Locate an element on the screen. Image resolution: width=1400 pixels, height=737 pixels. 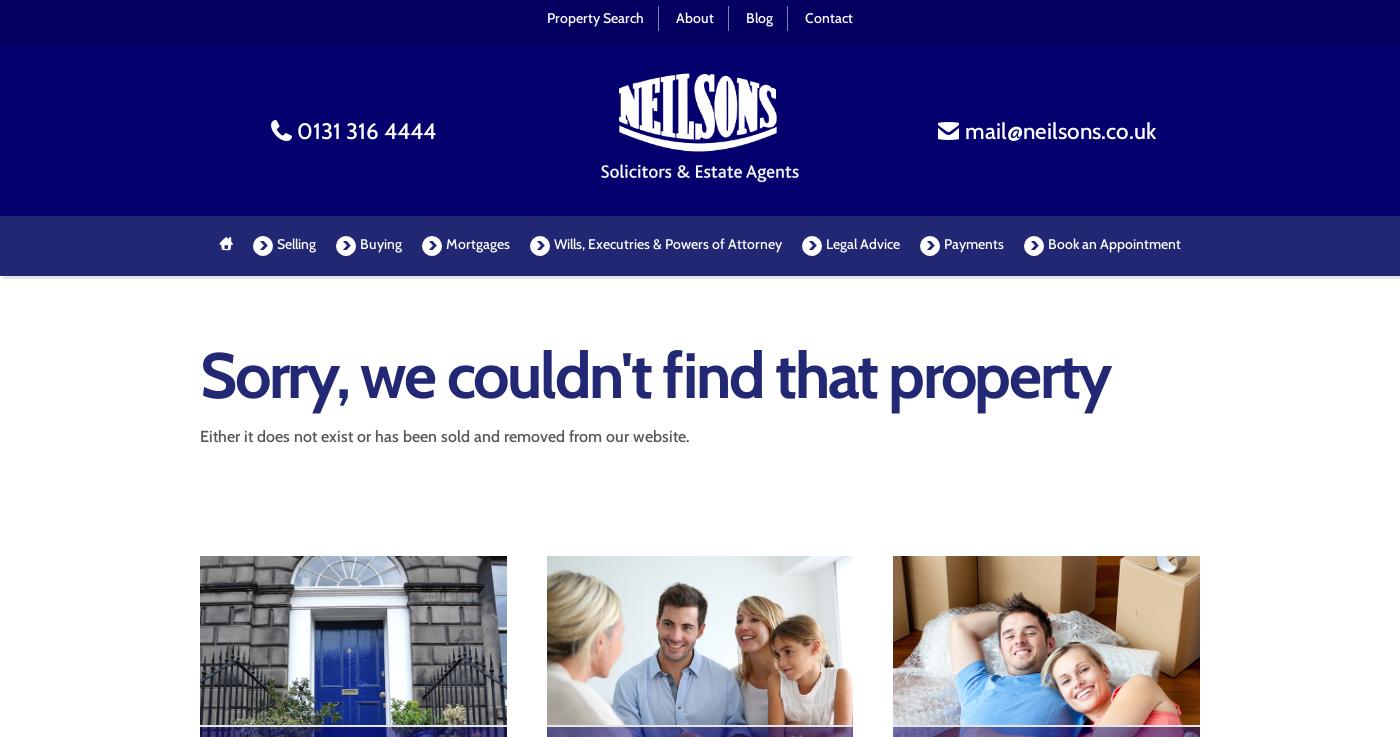
'Property Search' is located at coordinates (595, 16).